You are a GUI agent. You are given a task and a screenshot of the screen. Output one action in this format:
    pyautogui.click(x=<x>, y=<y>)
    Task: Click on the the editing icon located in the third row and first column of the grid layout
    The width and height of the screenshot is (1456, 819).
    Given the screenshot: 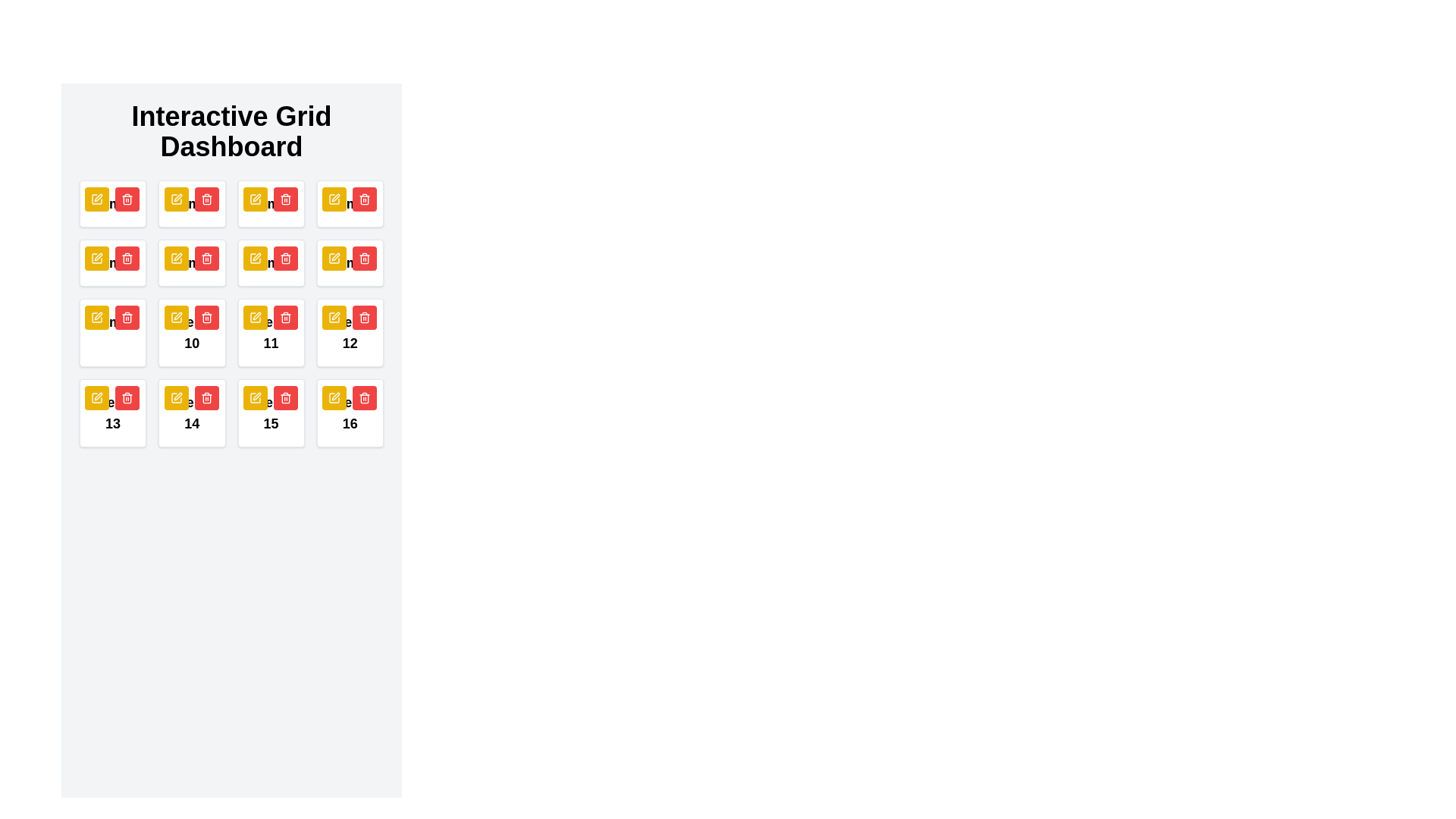 What is the action you would take?
    pyautogui.click(x=98, y=396)
    